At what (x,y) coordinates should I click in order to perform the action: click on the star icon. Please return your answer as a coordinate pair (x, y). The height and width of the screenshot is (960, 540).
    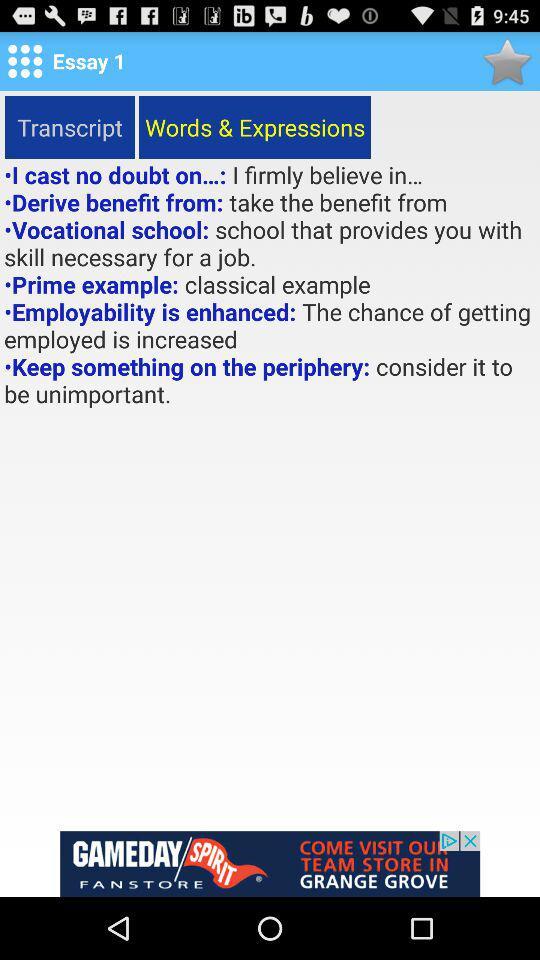
    Looking at the image, I should click on (507, 65).